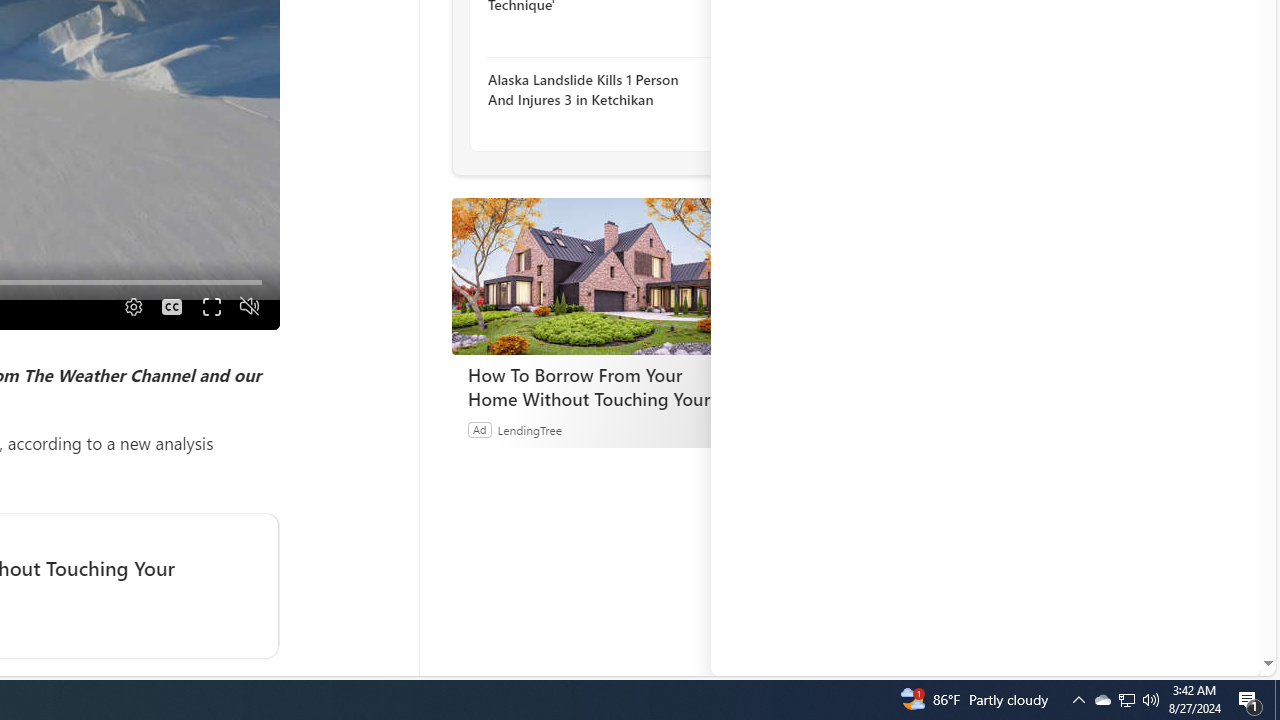 The height and width of the screenshot is (720, 1280). Describe the element at coordinates (600, 387) in the screenshot. I see `'How To Borrow From Your Home Without Touching Your Mortgage'` at that location.